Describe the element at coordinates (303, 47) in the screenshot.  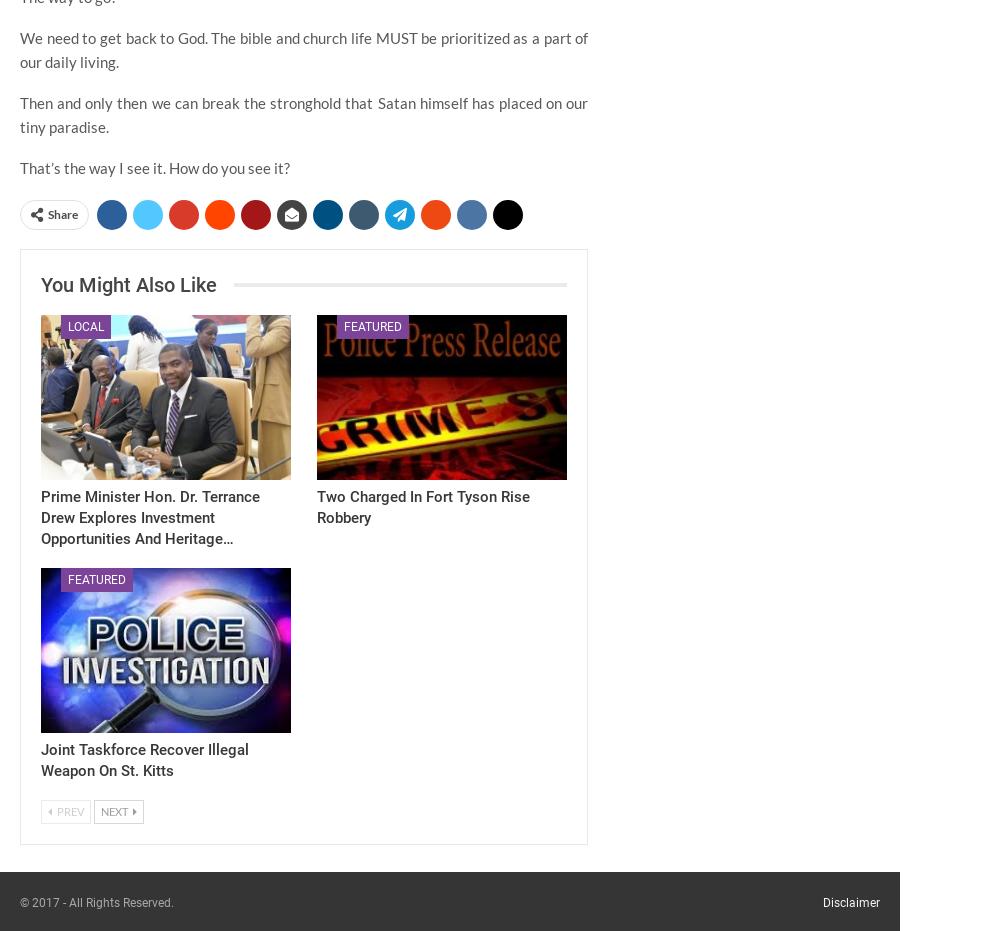
I see `'We need to get back to God. The bible and church life MUST be prioritized as a part of our daily living.'` at that location.